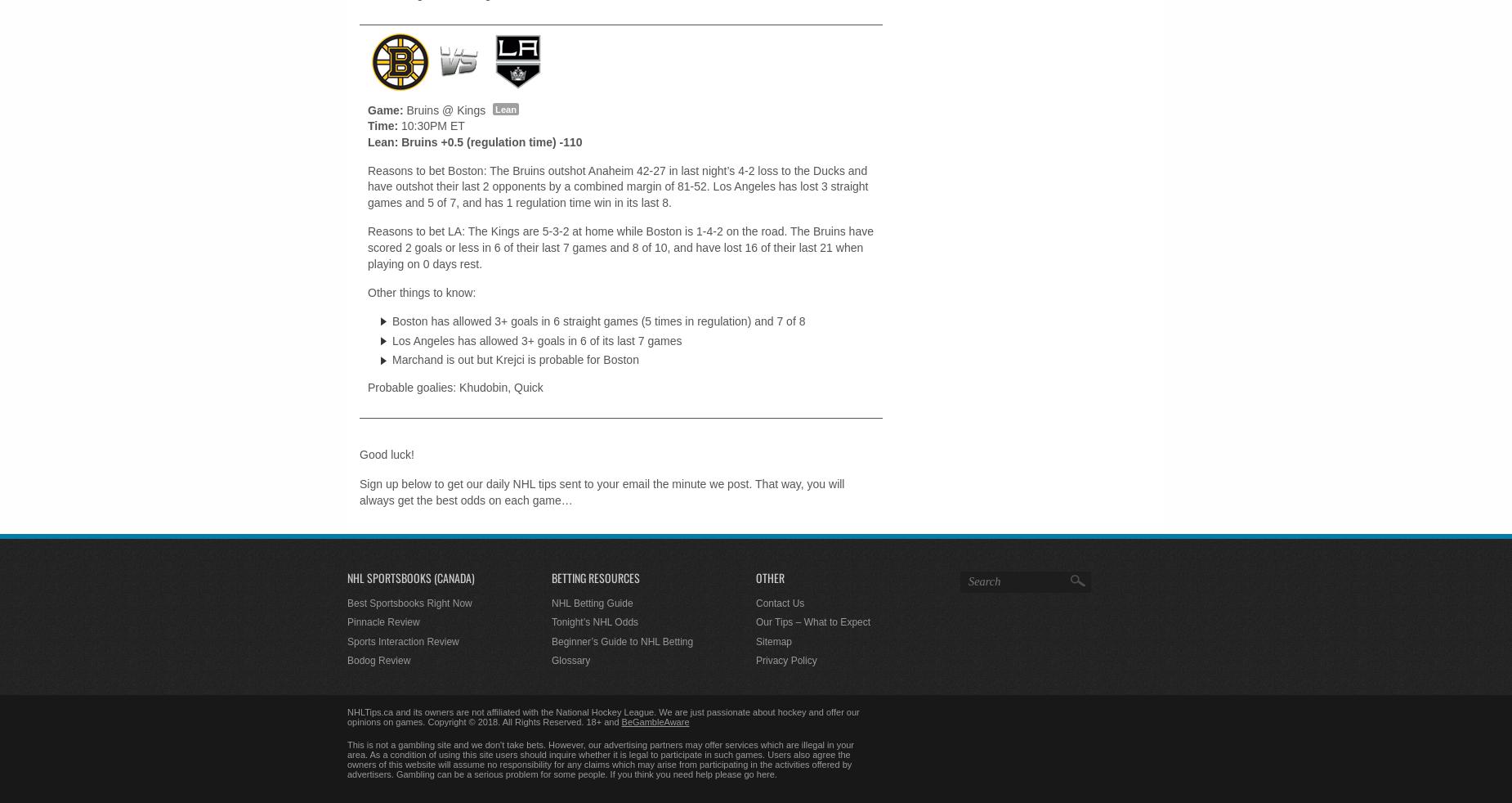 Image resolution: width=1512 pixels, height=803 pixels. I want to click on 'Sitemap', so click(773, 641).